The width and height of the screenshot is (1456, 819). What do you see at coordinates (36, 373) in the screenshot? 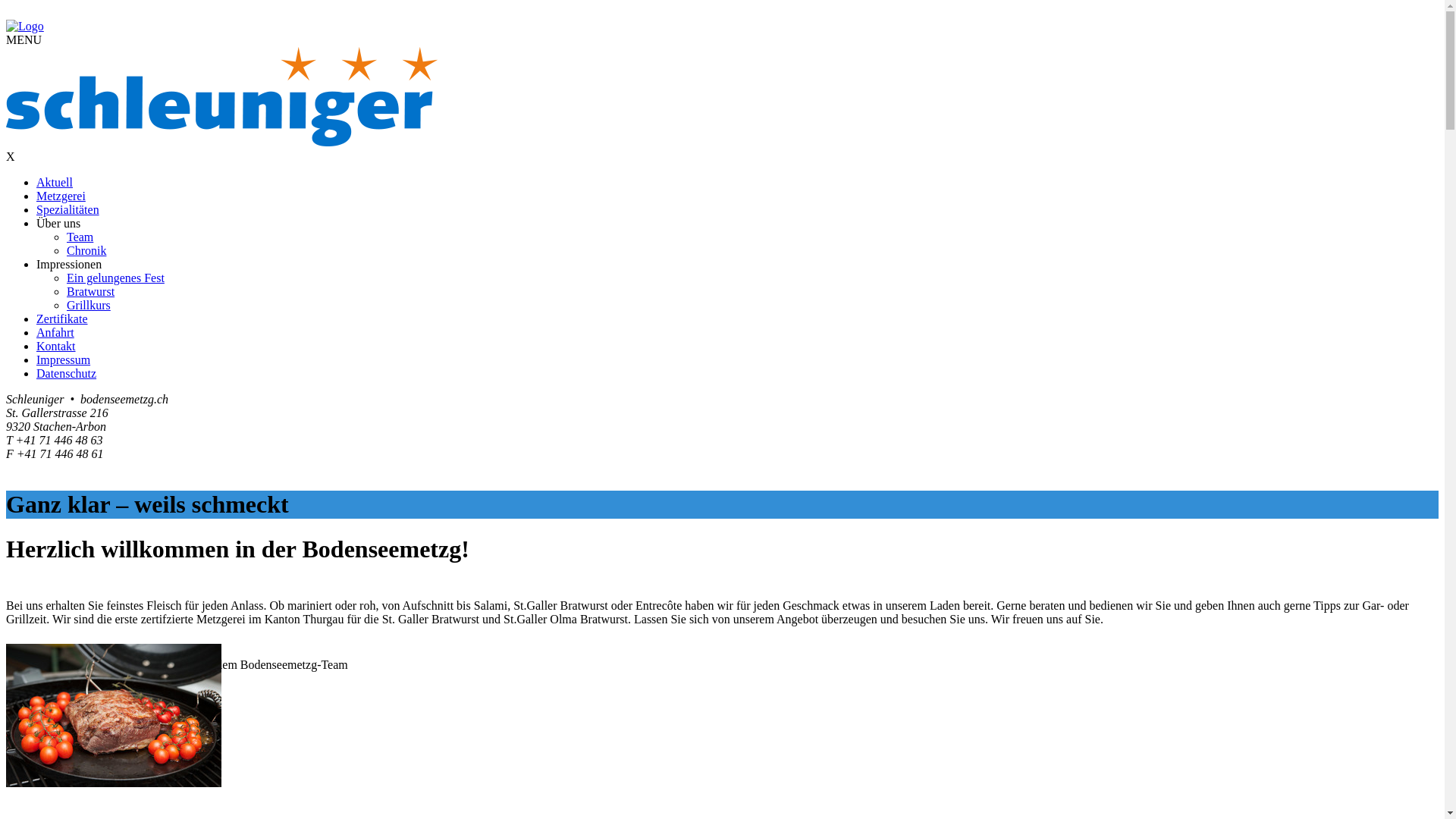
I see `'Datenschutz'` at bounding box center [36, 373].